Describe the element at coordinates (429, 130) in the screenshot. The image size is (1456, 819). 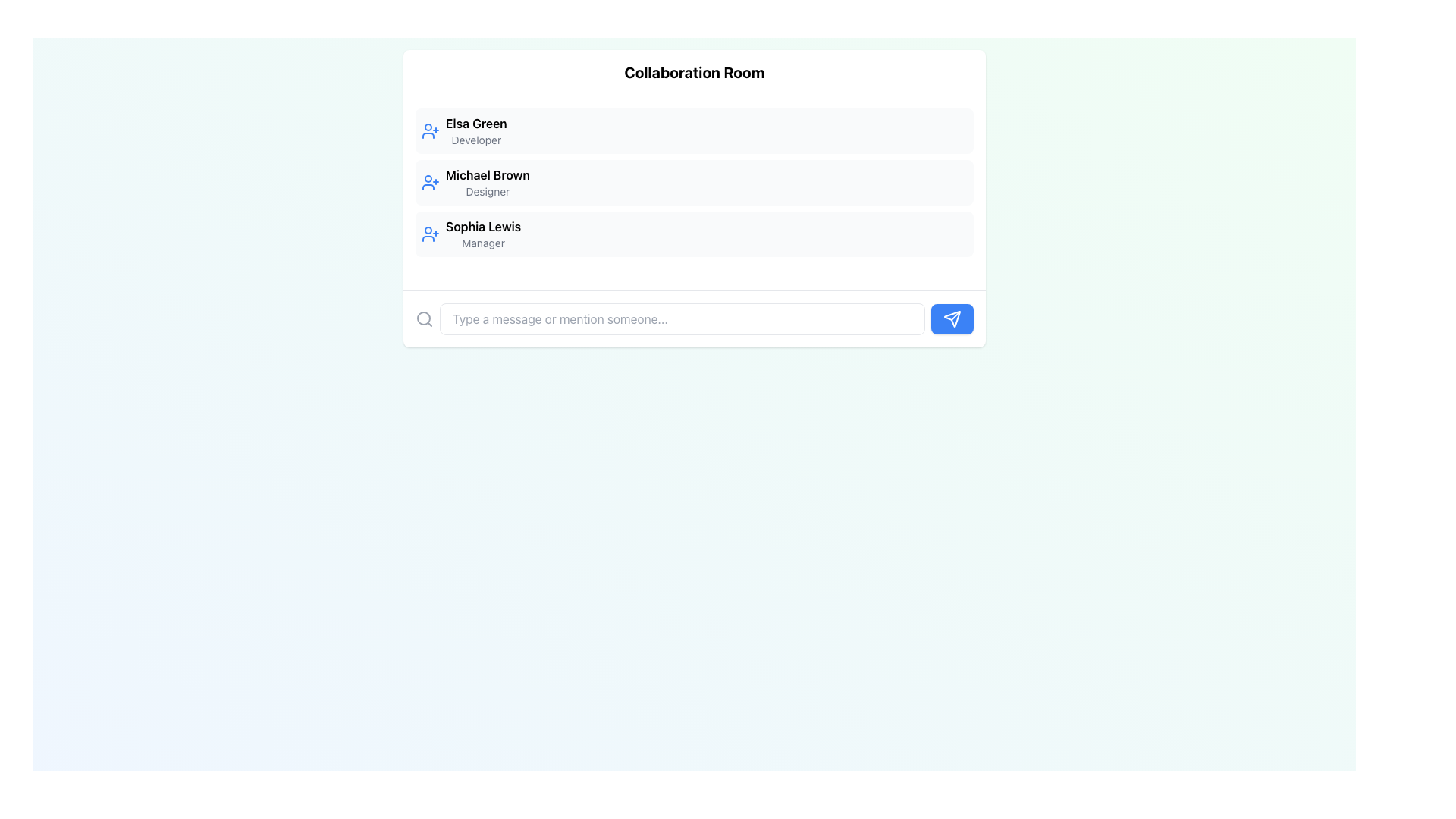
I see `the icon representing the action to connect with 'Elsa Green'` at that location.